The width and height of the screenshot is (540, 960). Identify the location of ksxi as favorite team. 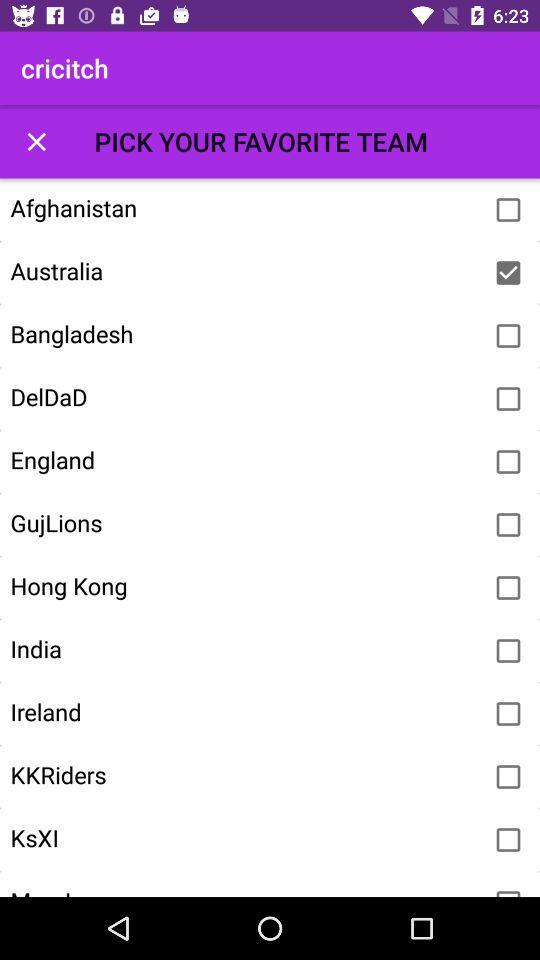
(508, 840).